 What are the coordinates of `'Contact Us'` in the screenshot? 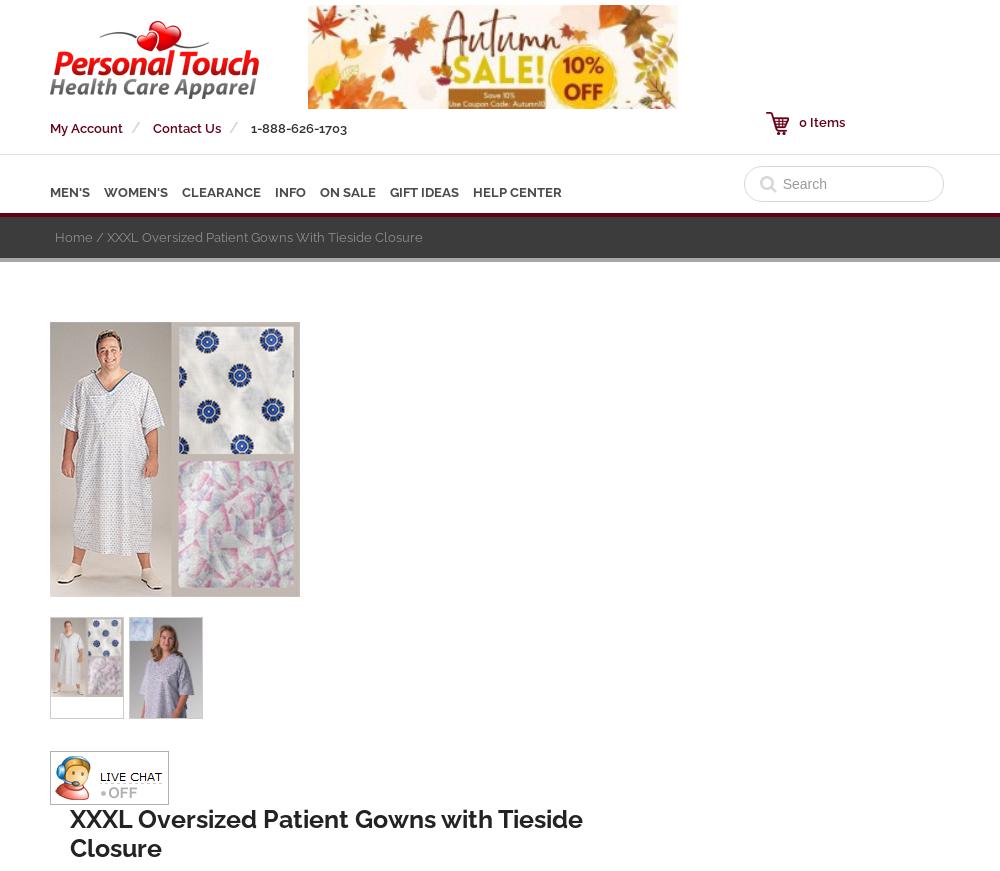 It's located at (187, 127).